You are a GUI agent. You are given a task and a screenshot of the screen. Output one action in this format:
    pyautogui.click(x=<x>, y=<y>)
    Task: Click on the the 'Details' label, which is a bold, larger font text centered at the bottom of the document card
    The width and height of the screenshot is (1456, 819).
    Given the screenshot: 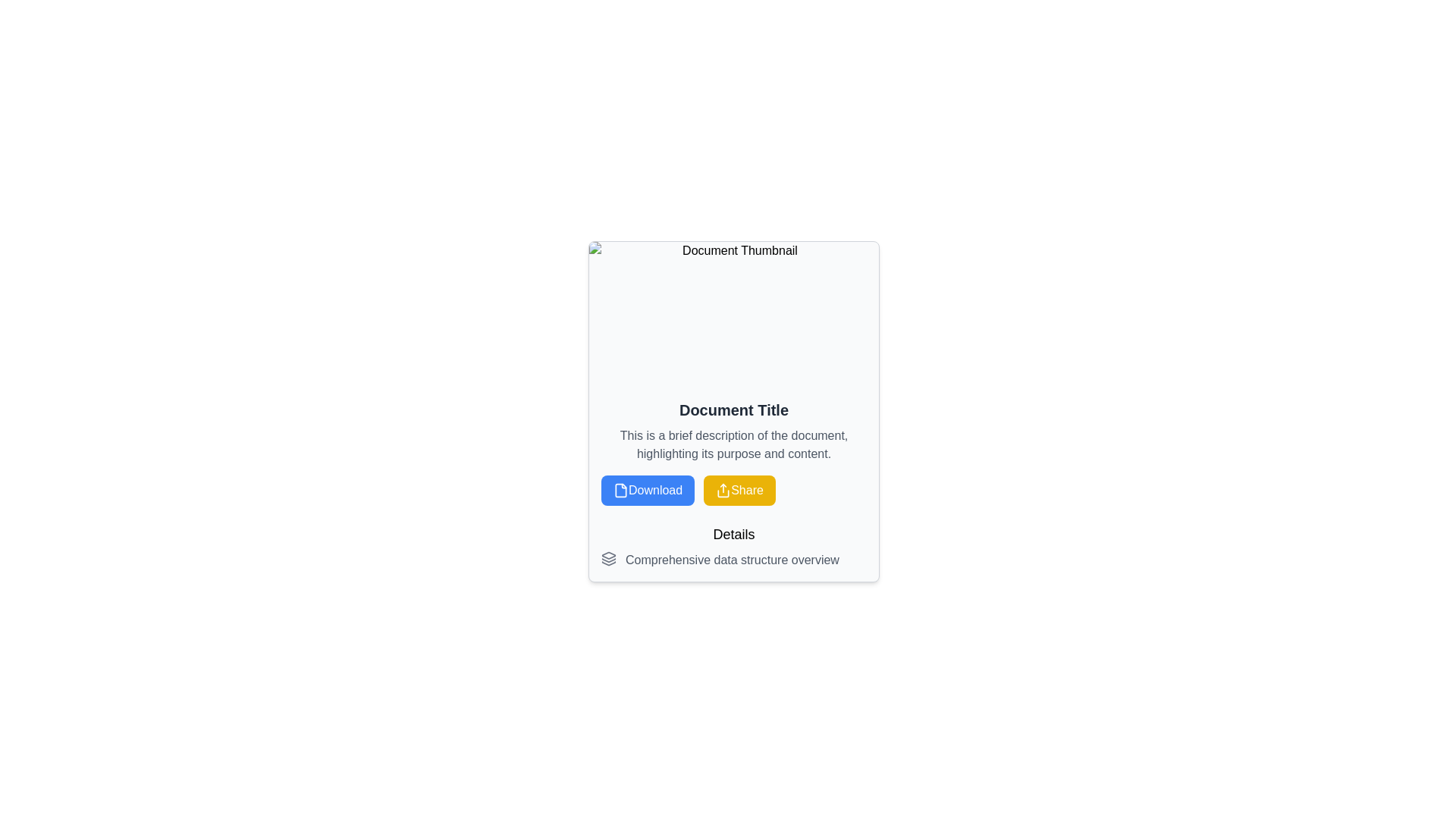 What is the action you would take?
    pyautogui.click(x=734, y=534)
    